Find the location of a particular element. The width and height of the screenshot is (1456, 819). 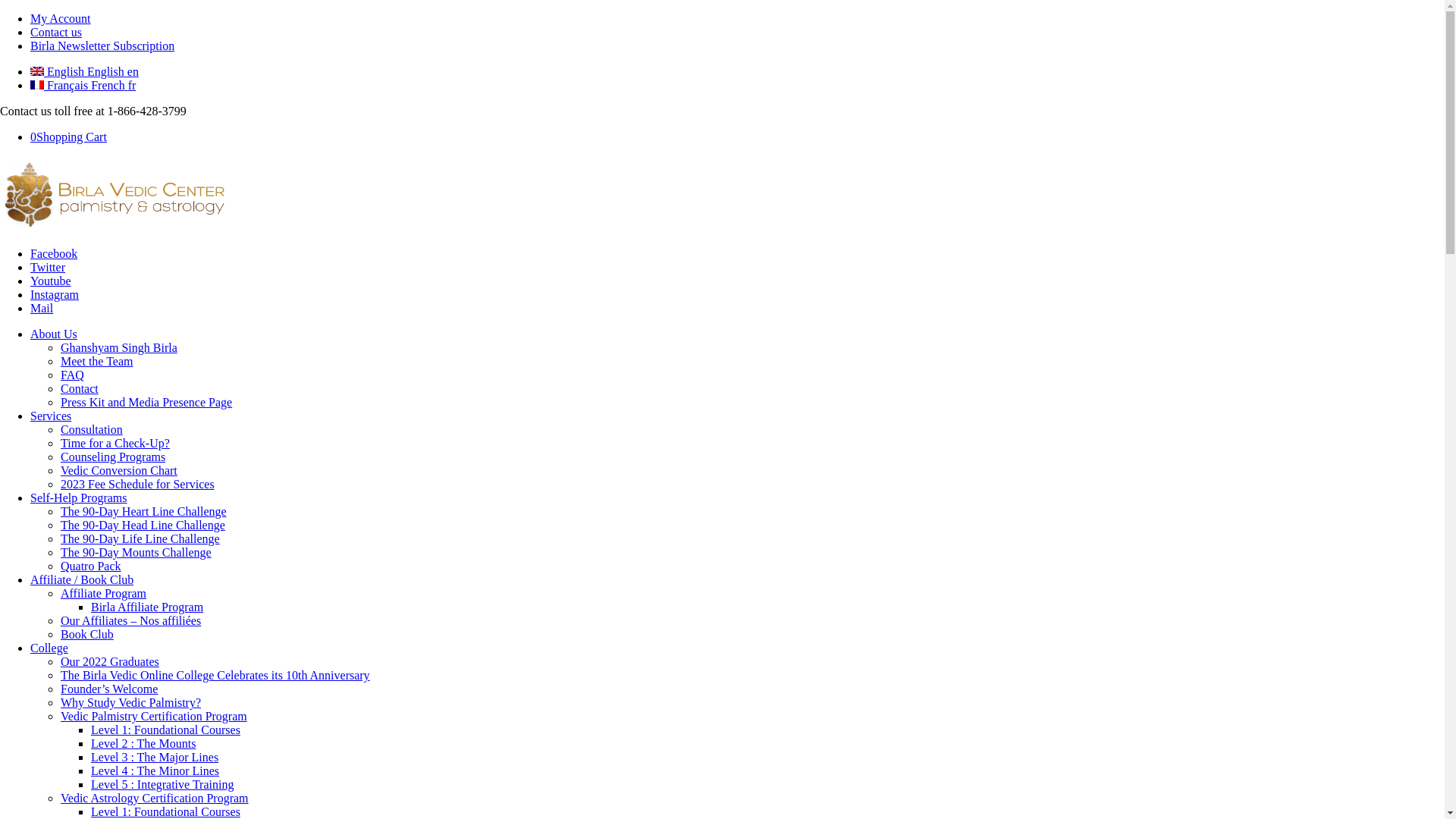

'Counseling Programs' is located at coordinates (111, 456).